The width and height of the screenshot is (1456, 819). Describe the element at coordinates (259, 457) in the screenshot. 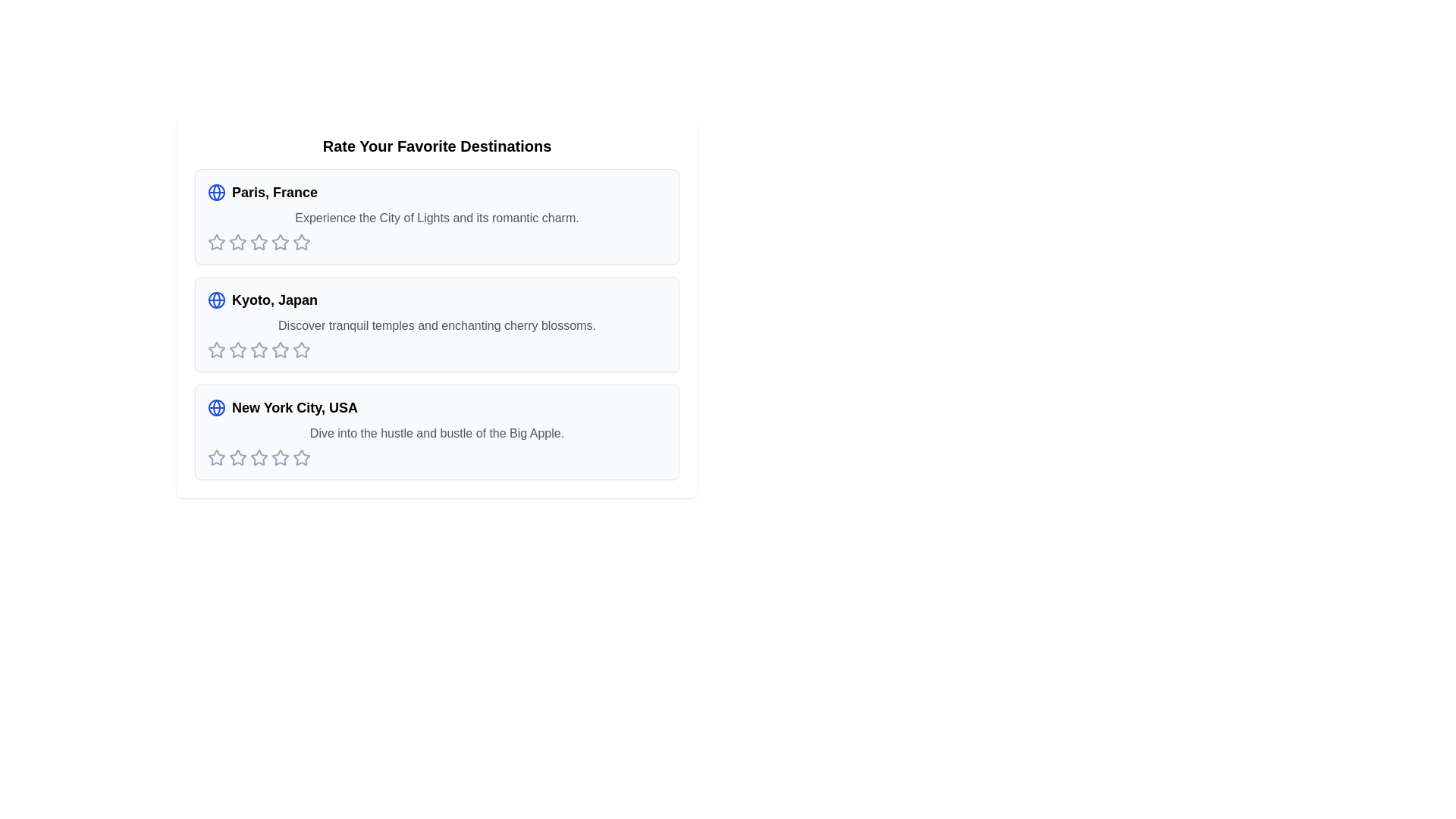

I see `the fourth rating star icon in the 'New York City, USA' section` at that location.